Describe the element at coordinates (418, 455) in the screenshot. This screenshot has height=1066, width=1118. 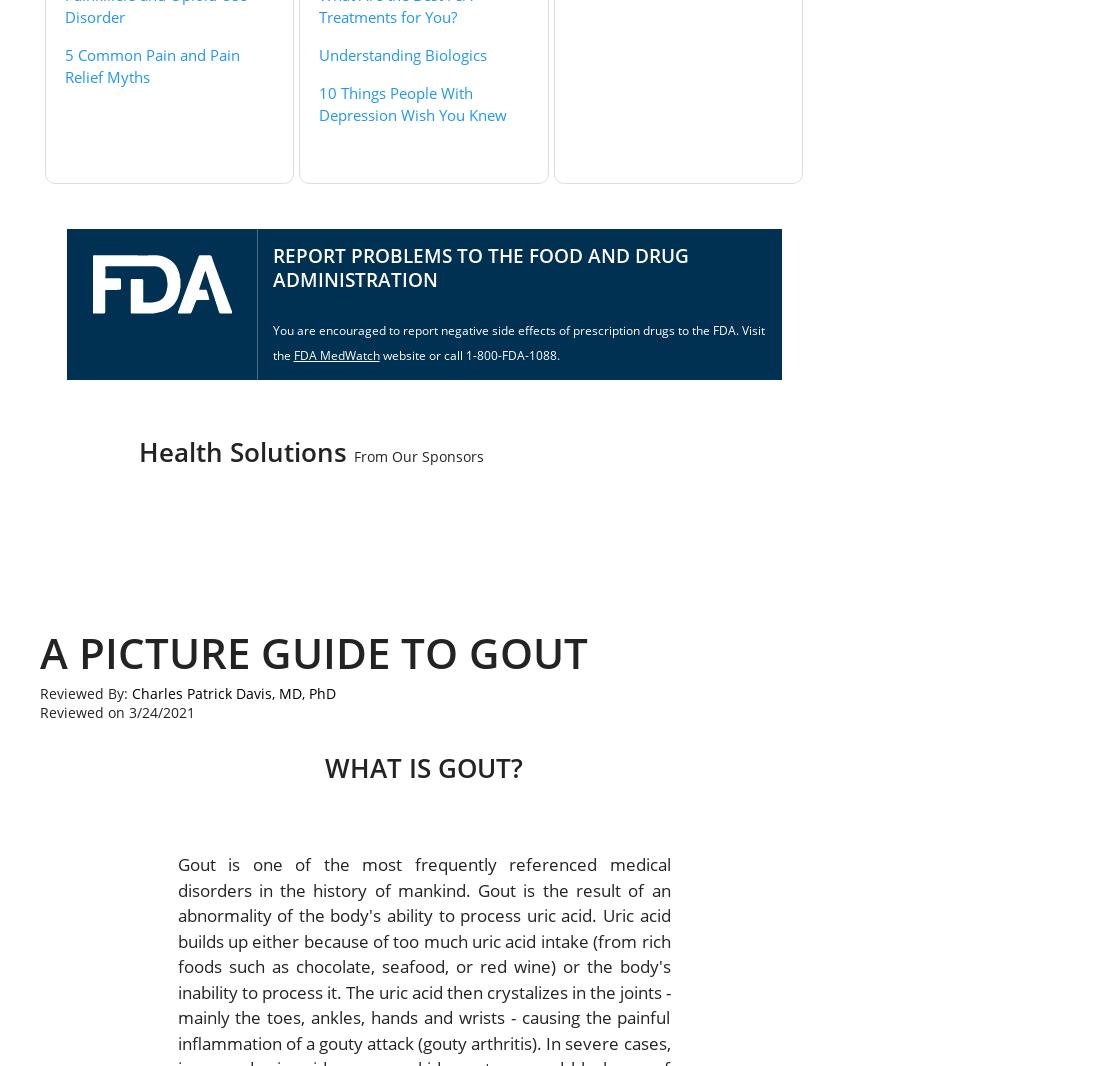
I see `'From Our Sponsors'` at that location.